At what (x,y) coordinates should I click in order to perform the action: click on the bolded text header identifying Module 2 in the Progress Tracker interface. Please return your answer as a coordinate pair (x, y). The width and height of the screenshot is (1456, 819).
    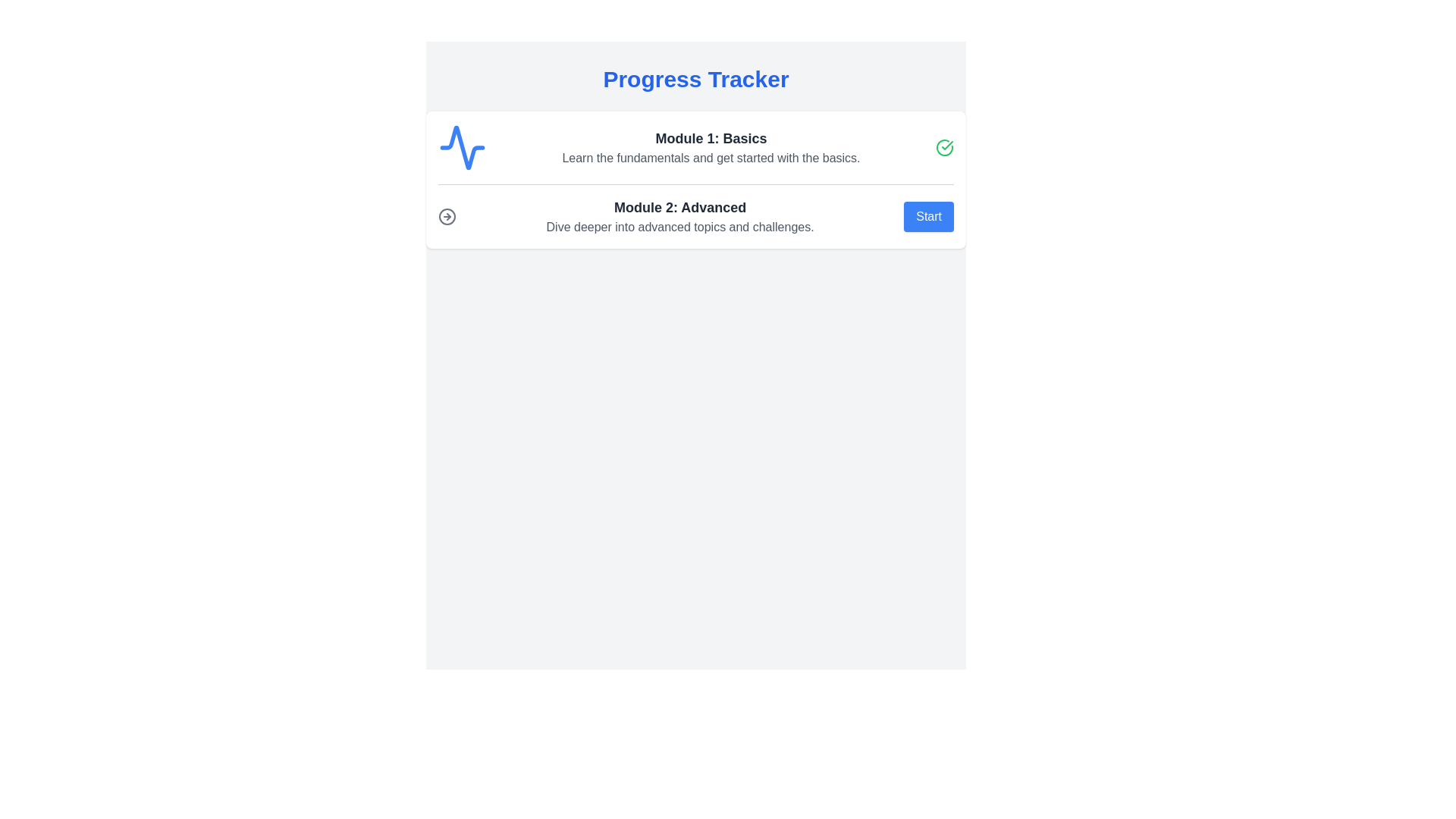
    Looking at the image, I should click on (679, 207).